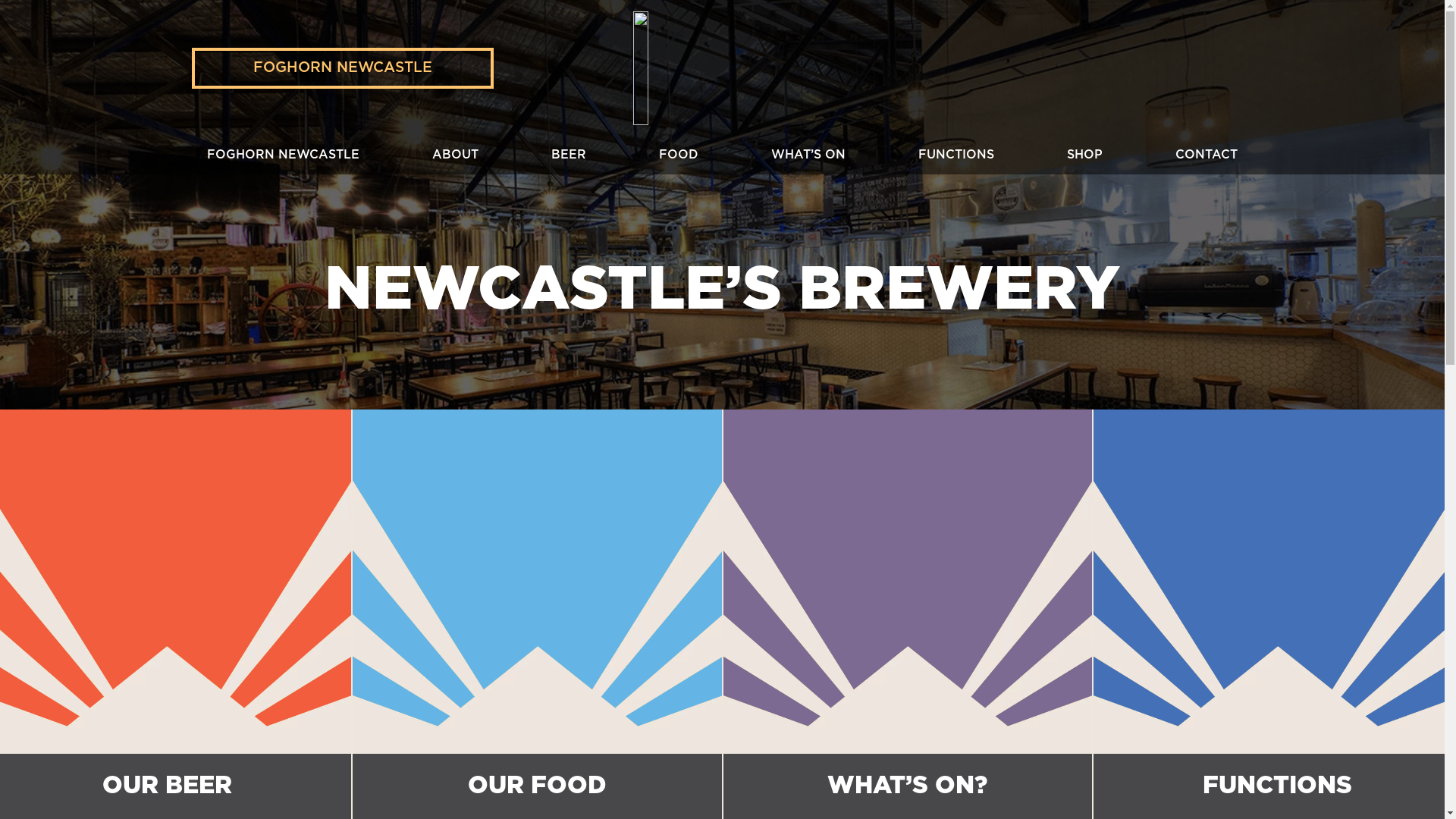 This screenshot has height=819, width=1456. I want to click on 'SHOP', so click(1084, 155).